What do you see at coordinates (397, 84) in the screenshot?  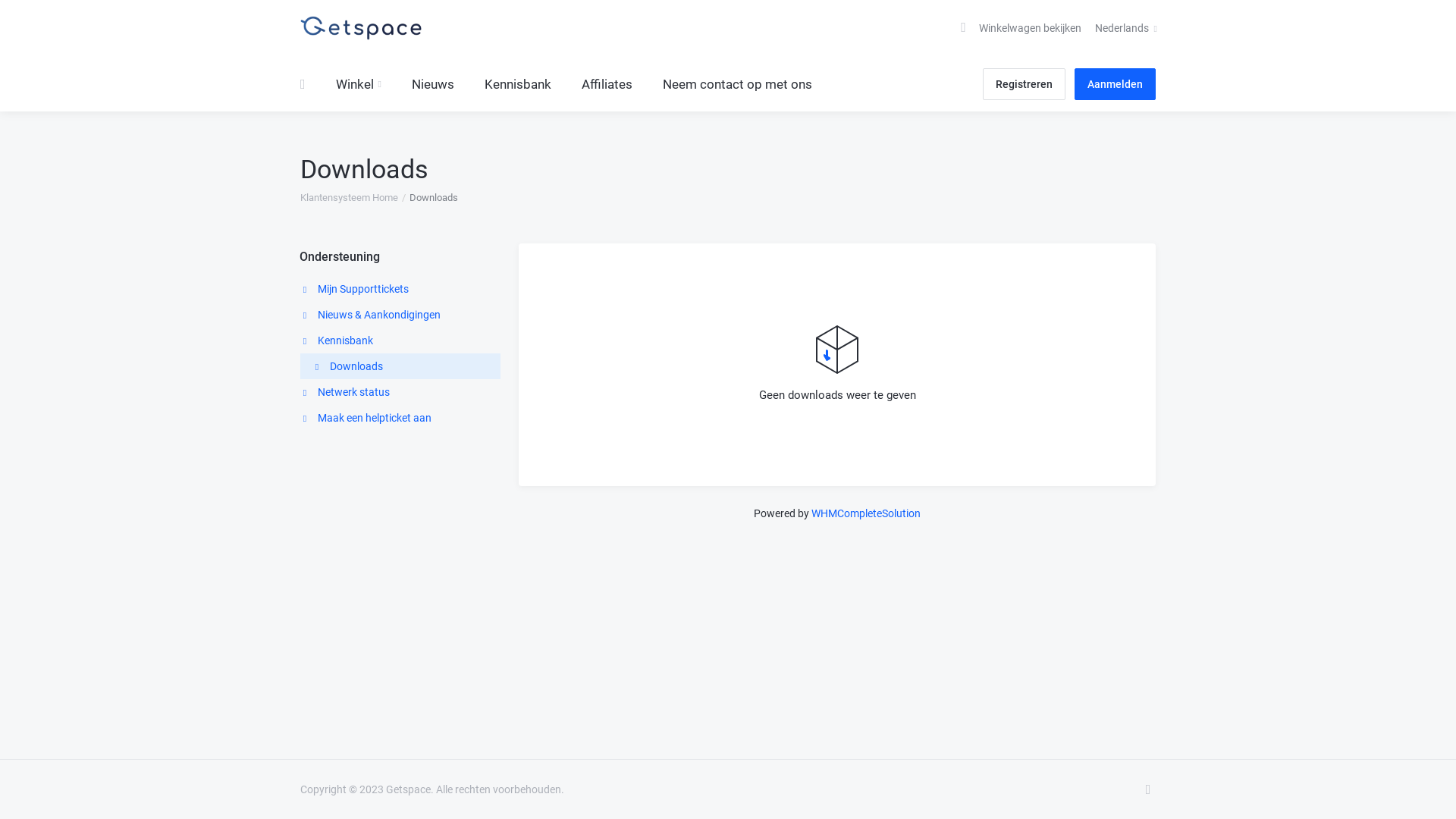 I see `'Nieuws'` at bounding box center [397, 84].